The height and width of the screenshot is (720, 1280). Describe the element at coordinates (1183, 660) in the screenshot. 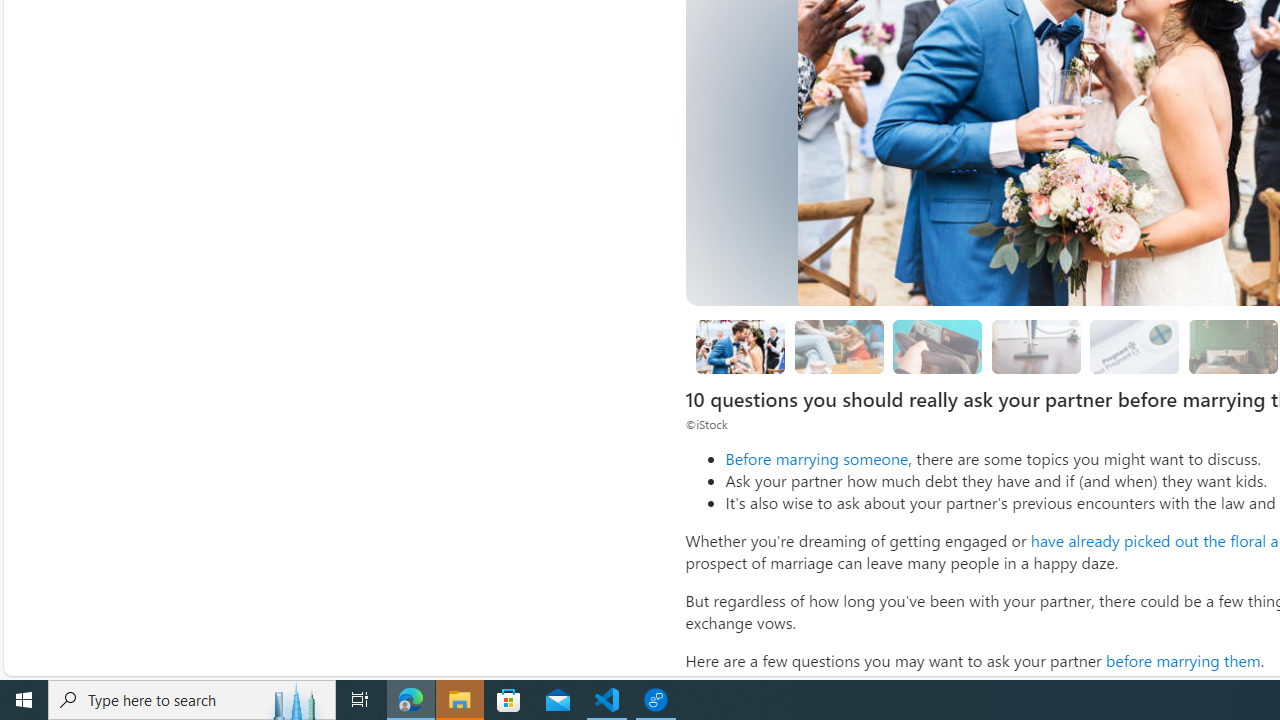

I see `'before marrying them'` at that location.